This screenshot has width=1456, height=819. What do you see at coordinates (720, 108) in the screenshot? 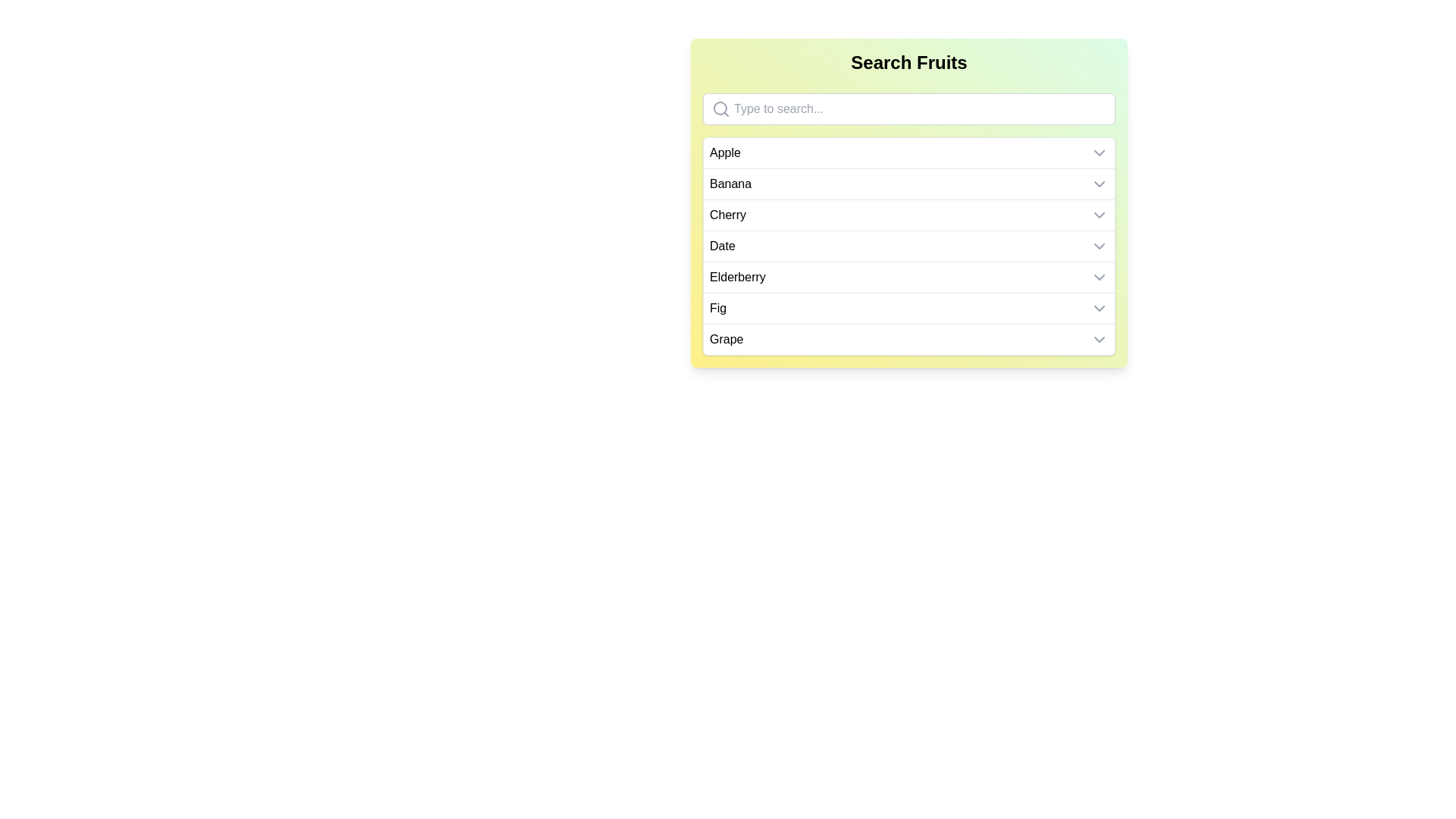
I see `the search icon located at the left end of the search bar, which indicates the search functionality` at bounding box center [720, 108].